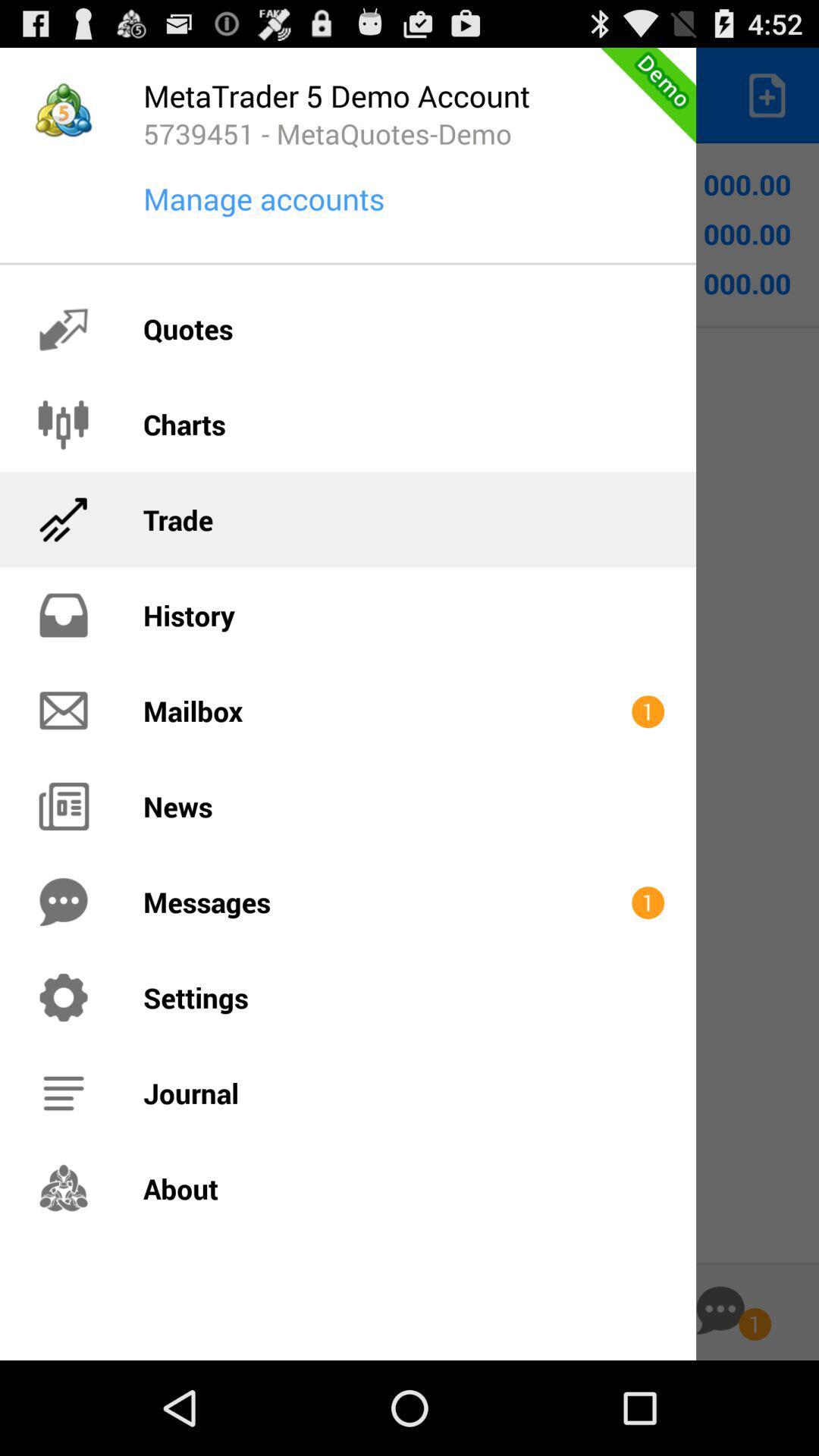  What do you see at coordinates (720, 1401) in the screenshot?
I see `the chat icon` at bounding box center [720, 1401].